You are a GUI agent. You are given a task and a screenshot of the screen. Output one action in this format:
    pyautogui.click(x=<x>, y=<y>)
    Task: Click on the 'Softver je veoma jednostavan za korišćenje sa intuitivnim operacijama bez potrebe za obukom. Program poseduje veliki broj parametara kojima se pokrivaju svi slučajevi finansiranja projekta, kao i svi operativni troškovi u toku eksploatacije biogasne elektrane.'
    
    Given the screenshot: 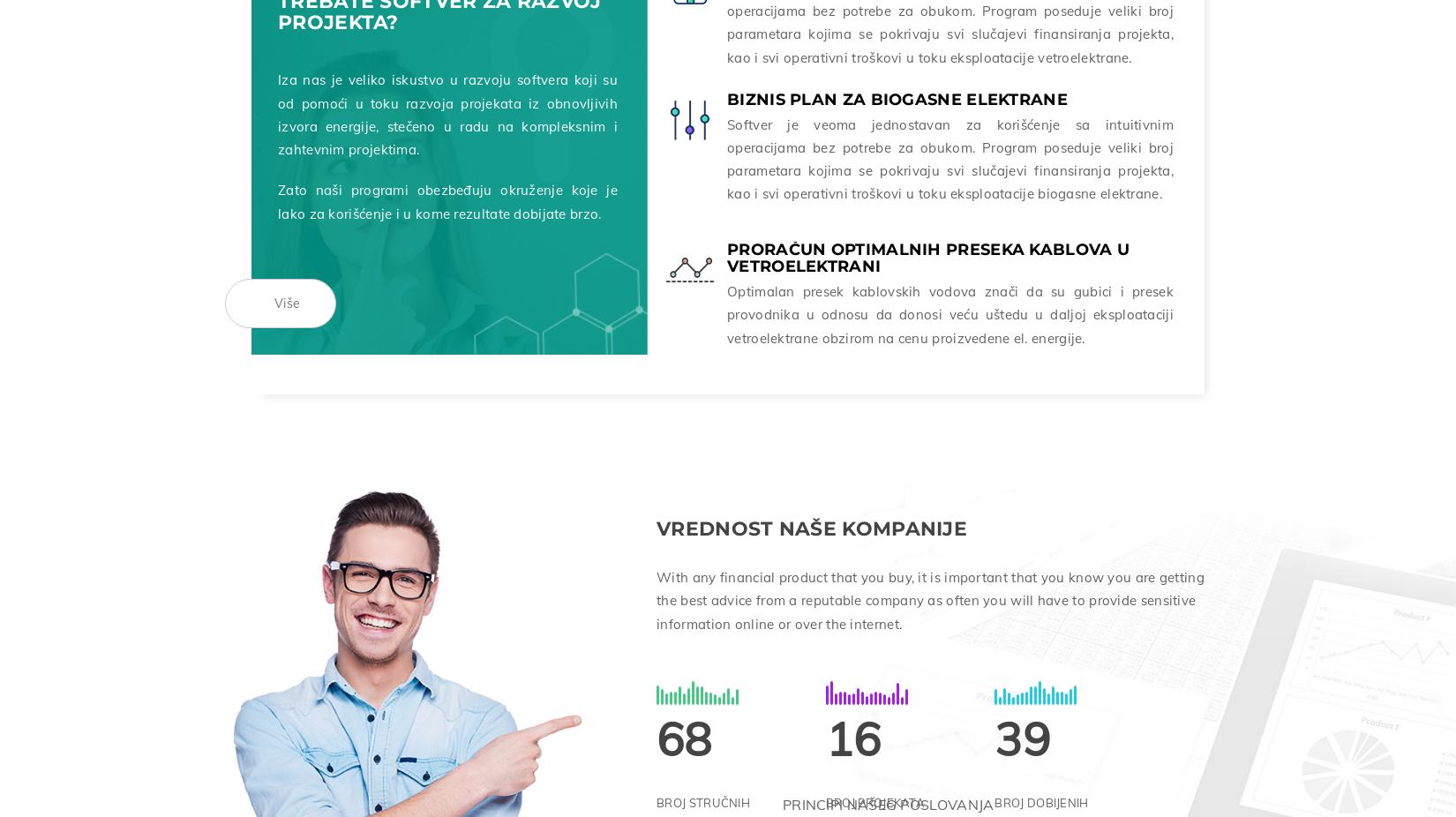 What is the action you would take?
    pyautogui.click(x=949, y=154)
    